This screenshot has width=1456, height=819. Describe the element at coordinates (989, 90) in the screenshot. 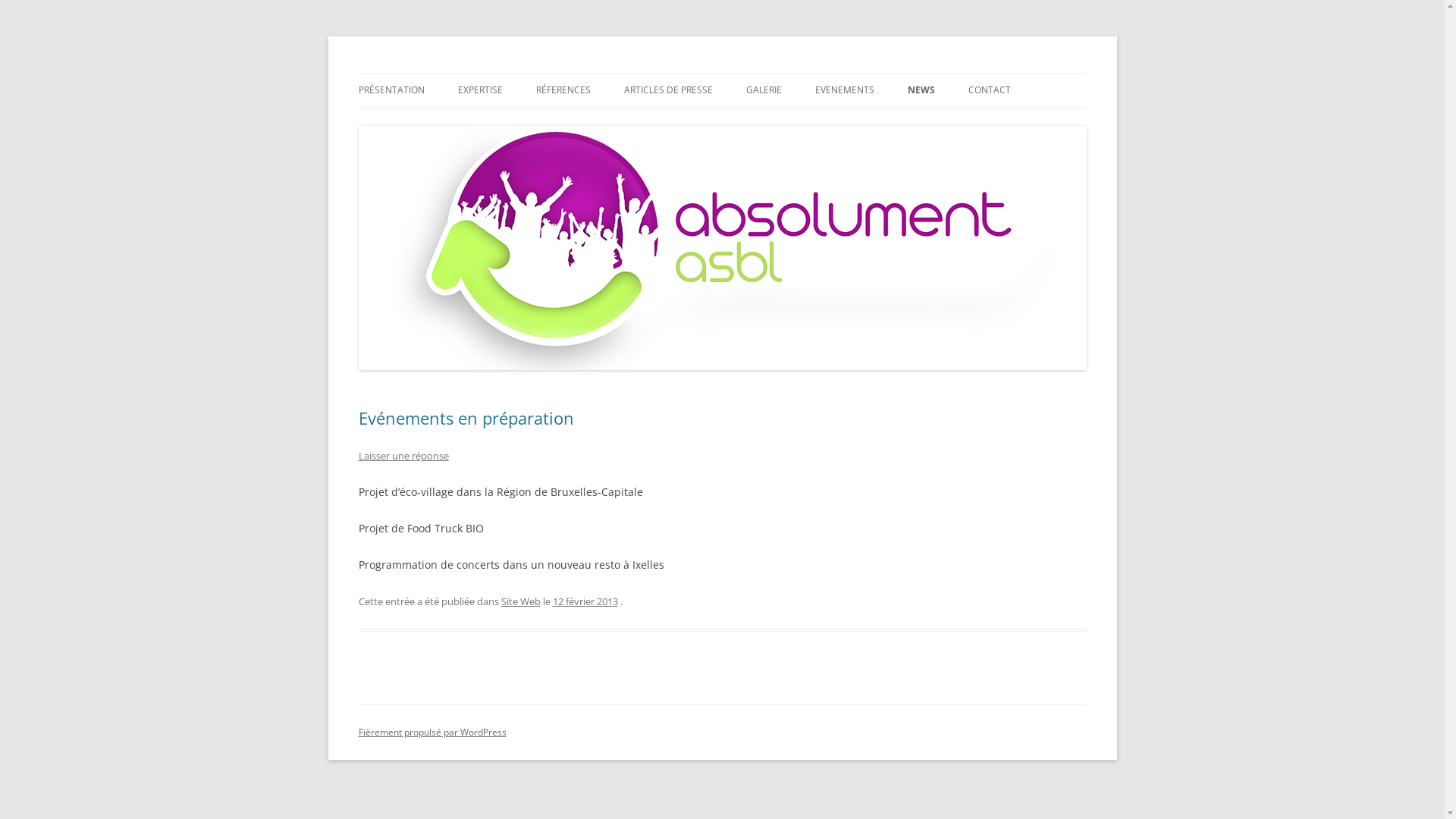

I see `'CONTACT'` at that location.